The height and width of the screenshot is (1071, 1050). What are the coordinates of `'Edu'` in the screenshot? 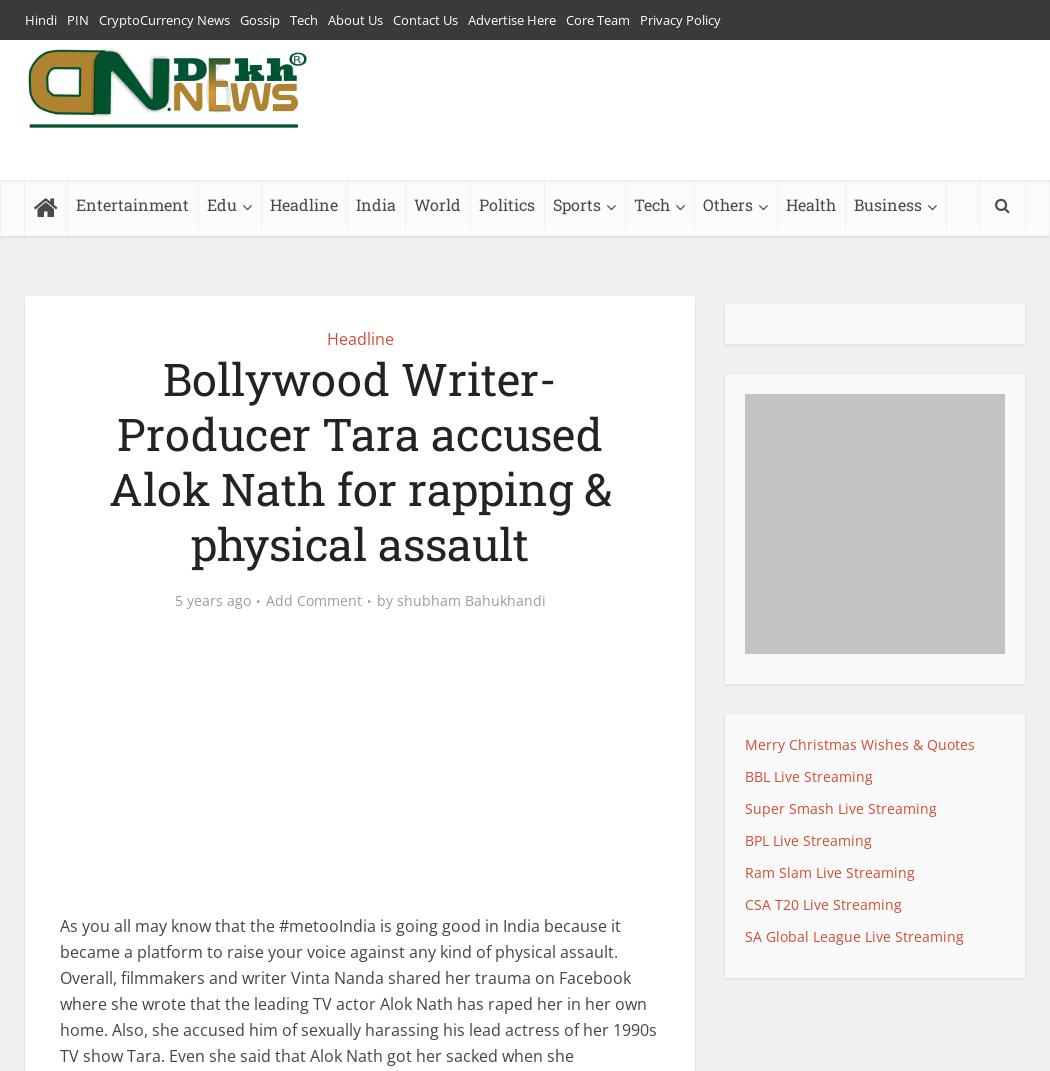 It's located at (220, 203).